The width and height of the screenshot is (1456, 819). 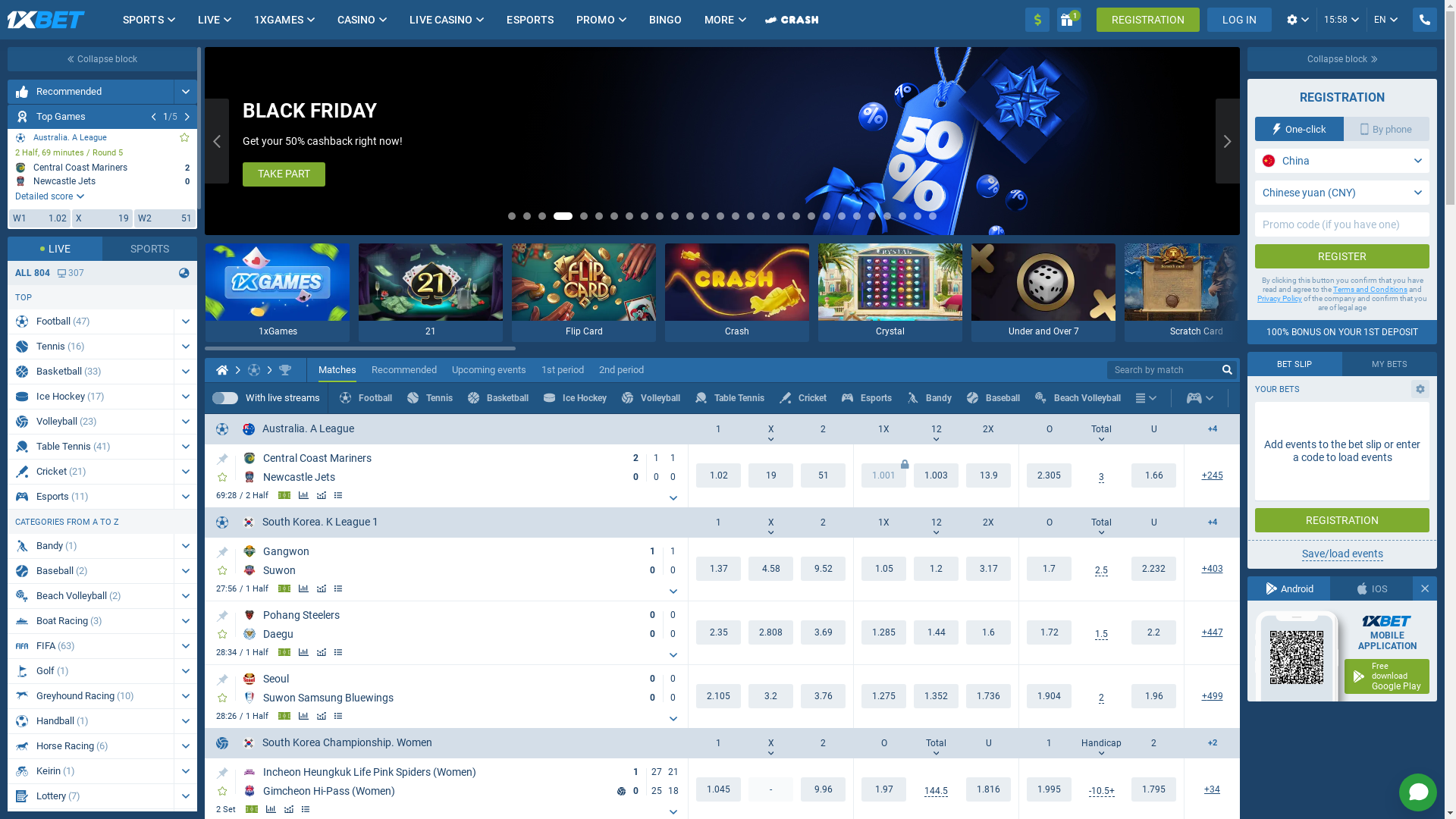 What do you see at coordinates (49, 195) in the screenshot?
I see `'Detailed score'` at bounding box center [49, 195].